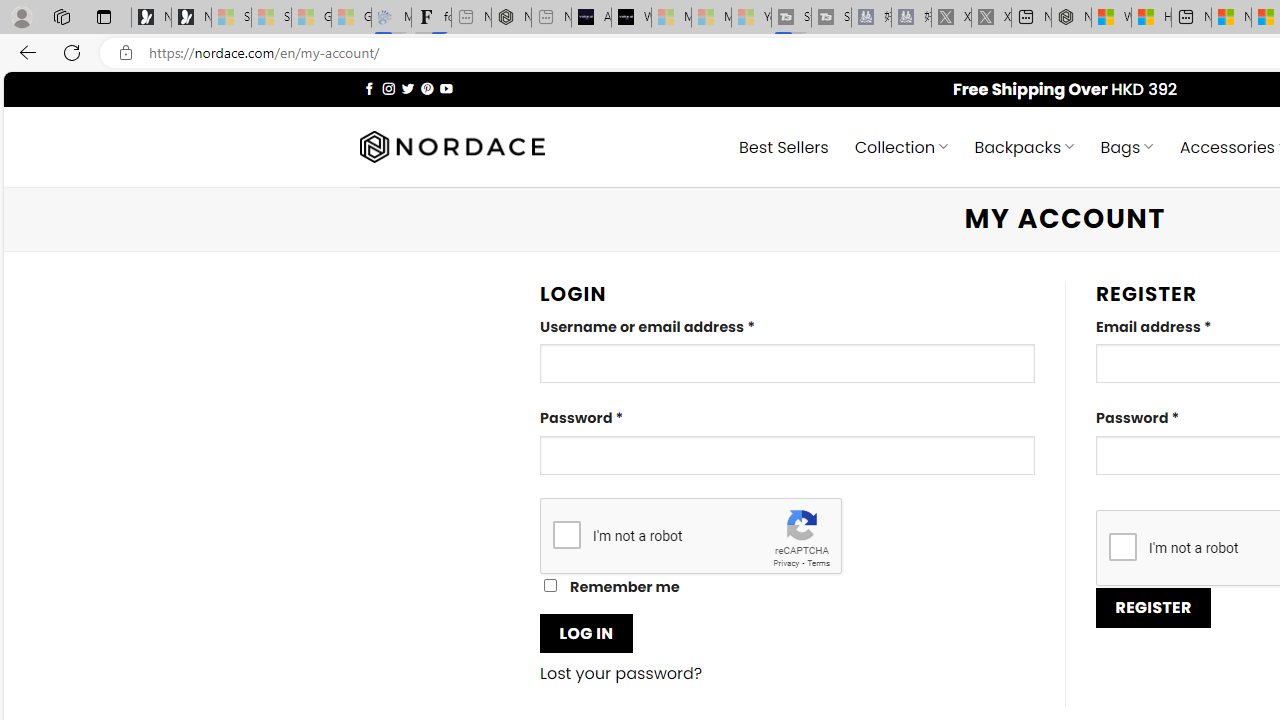 The height and width of the screenshot is (720, 1280). What do you see at coordinates (1122, 546) in the screenshot?
I see `'I'` at bounding box center [1122, 546].